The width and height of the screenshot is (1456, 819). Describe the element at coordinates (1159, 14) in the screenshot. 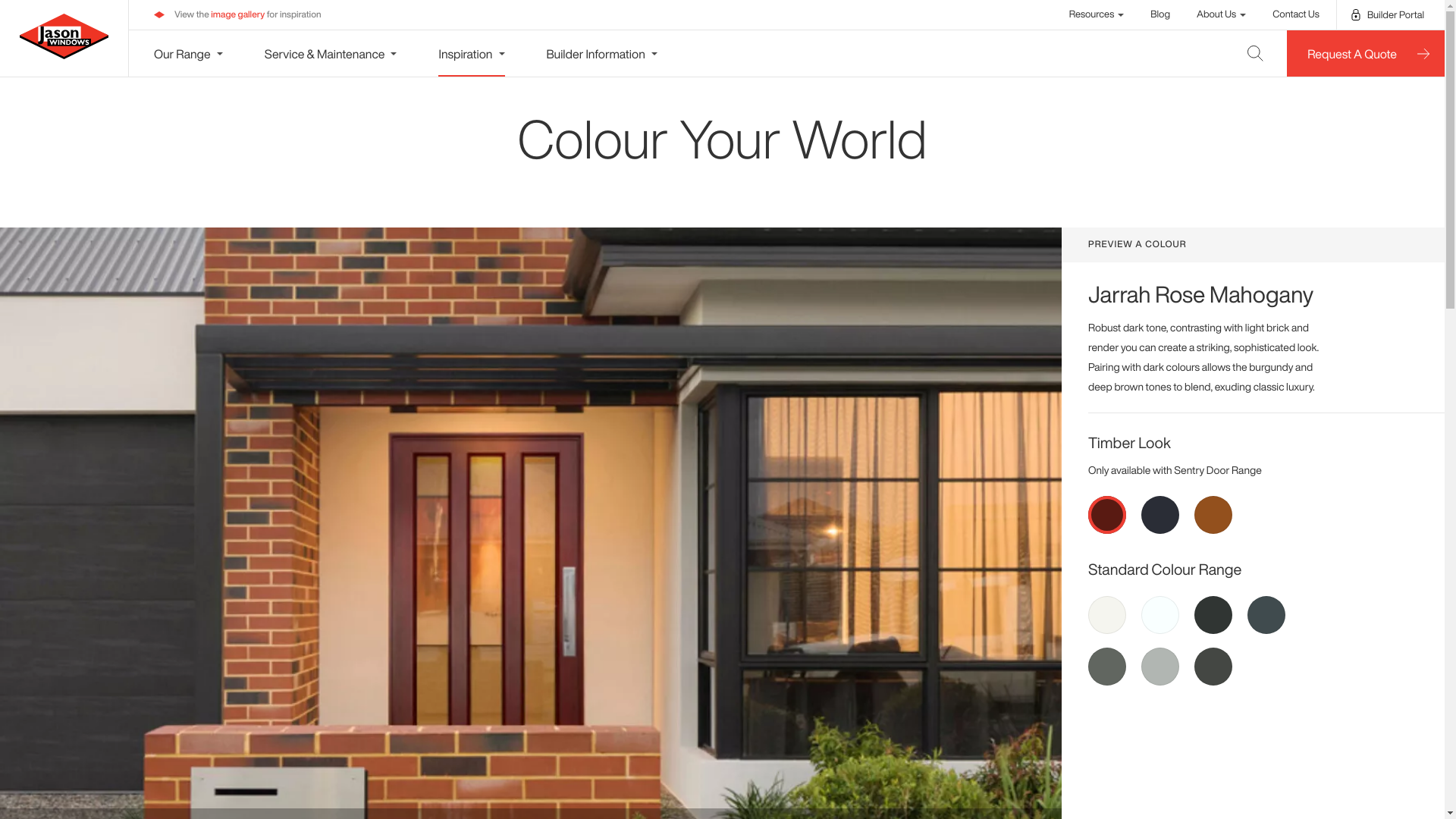

I see `'Blog'` at that location.